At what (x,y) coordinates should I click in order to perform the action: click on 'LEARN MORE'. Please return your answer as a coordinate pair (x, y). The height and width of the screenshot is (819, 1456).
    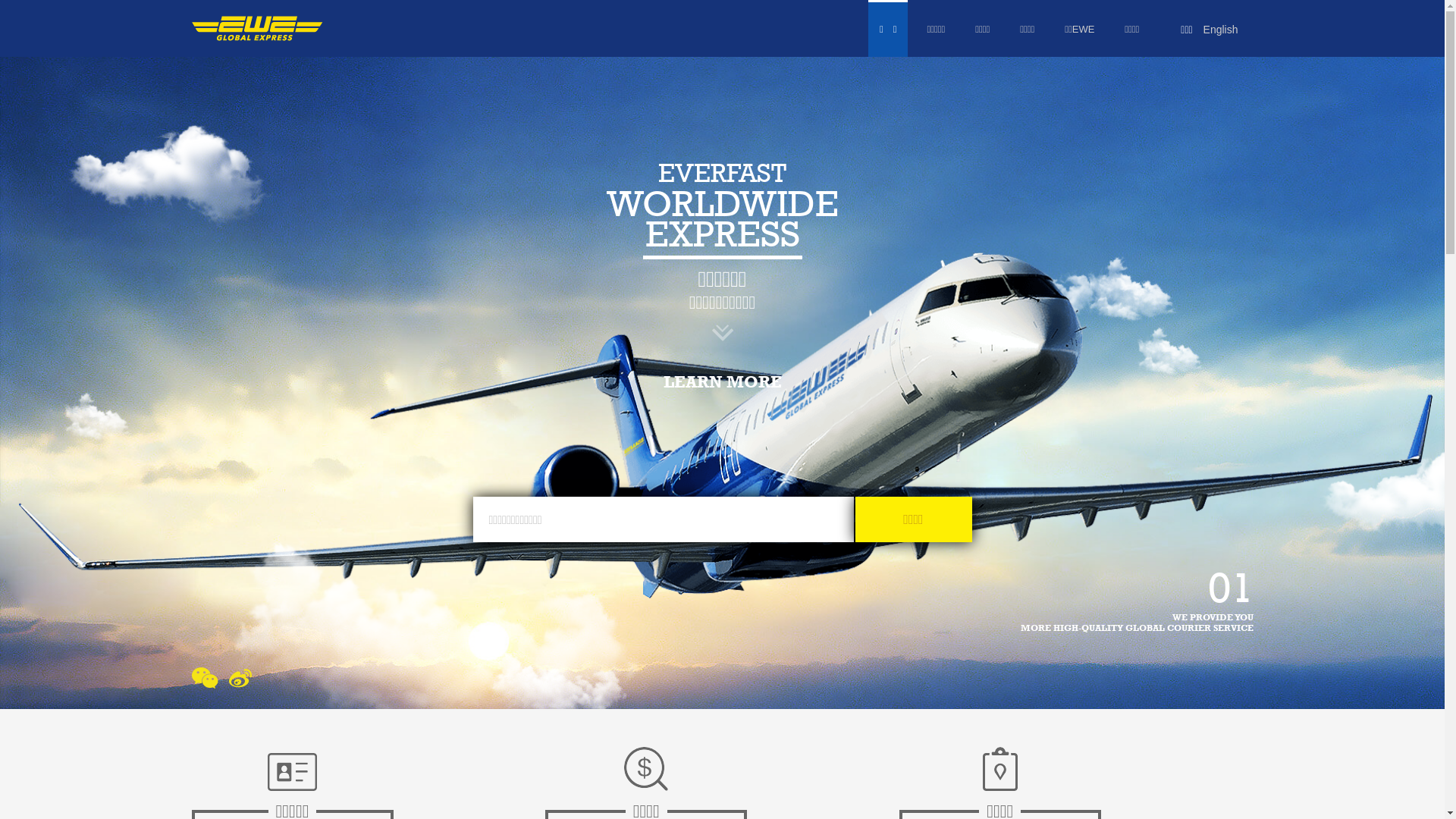
    Looking at the image, I should click on (720, 380).